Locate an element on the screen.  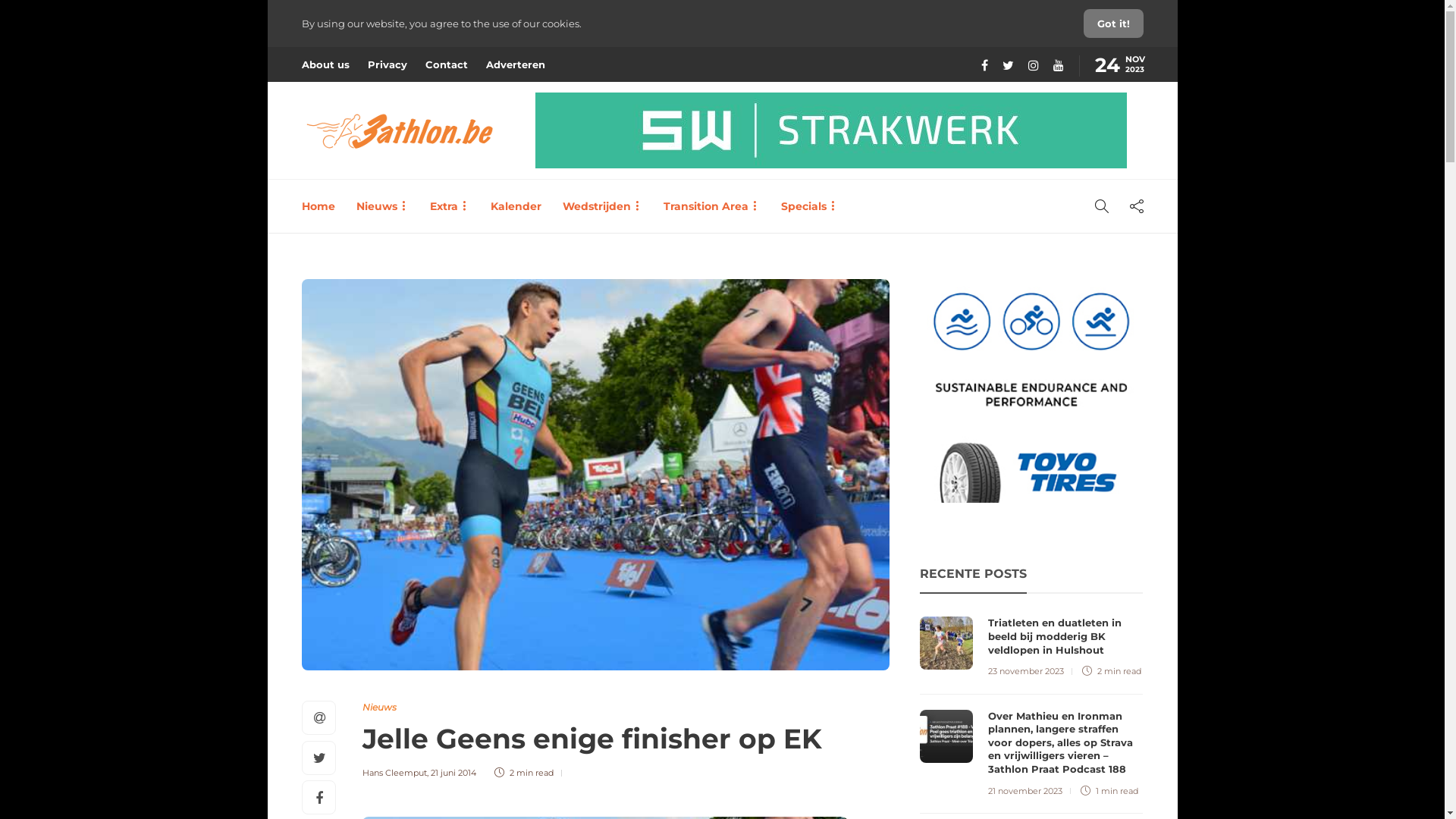
'23 november 2023' is located at coordinates (987, 670).